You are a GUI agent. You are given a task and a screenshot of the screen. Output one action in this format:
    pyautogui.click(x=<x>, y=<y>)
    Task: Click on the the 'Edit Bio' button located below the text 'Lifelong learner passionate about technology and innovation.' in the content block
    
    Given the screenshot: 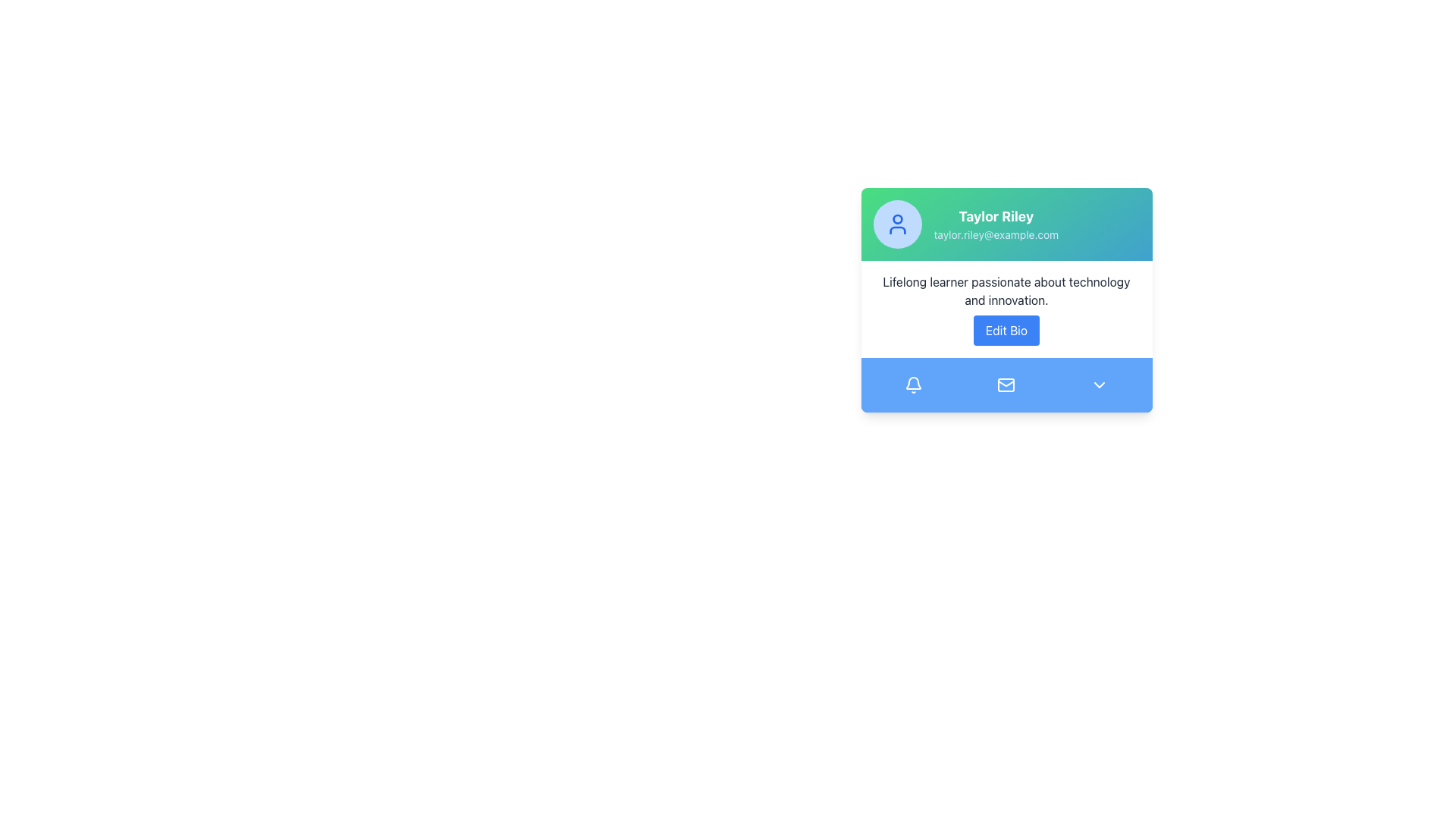 What is the action you would take?
    pyautogui.click(x=1006, y=309)
    